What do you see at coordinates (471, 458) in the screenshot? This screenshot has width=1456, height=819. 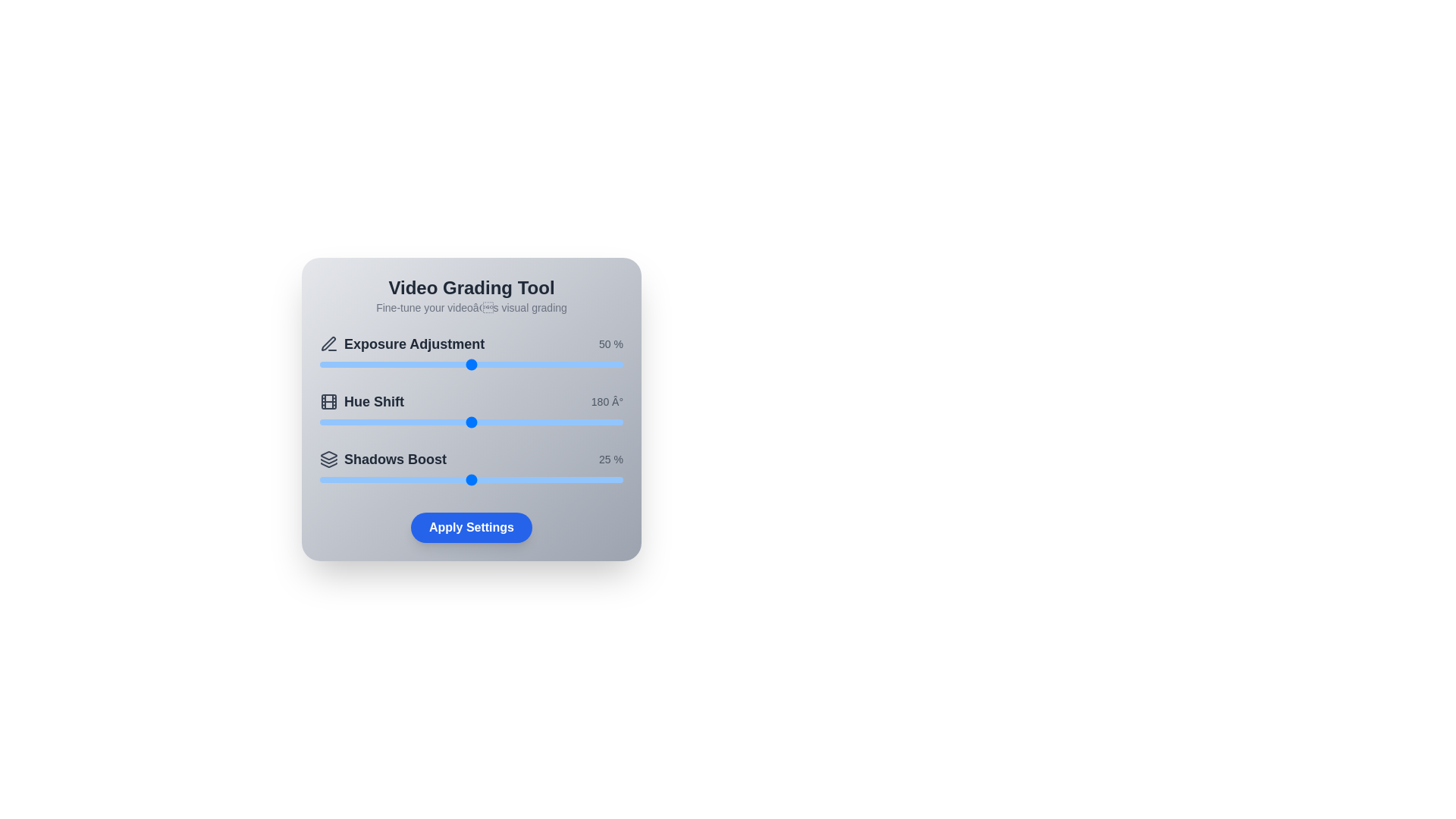 I see `the 'Shadows Boost' label element, which displays the text 'Shadows Boost' on the left and '25%' on the right, located between 'Hue Shift' above and a horizontal slider control below` at bounding box center [471, 458].